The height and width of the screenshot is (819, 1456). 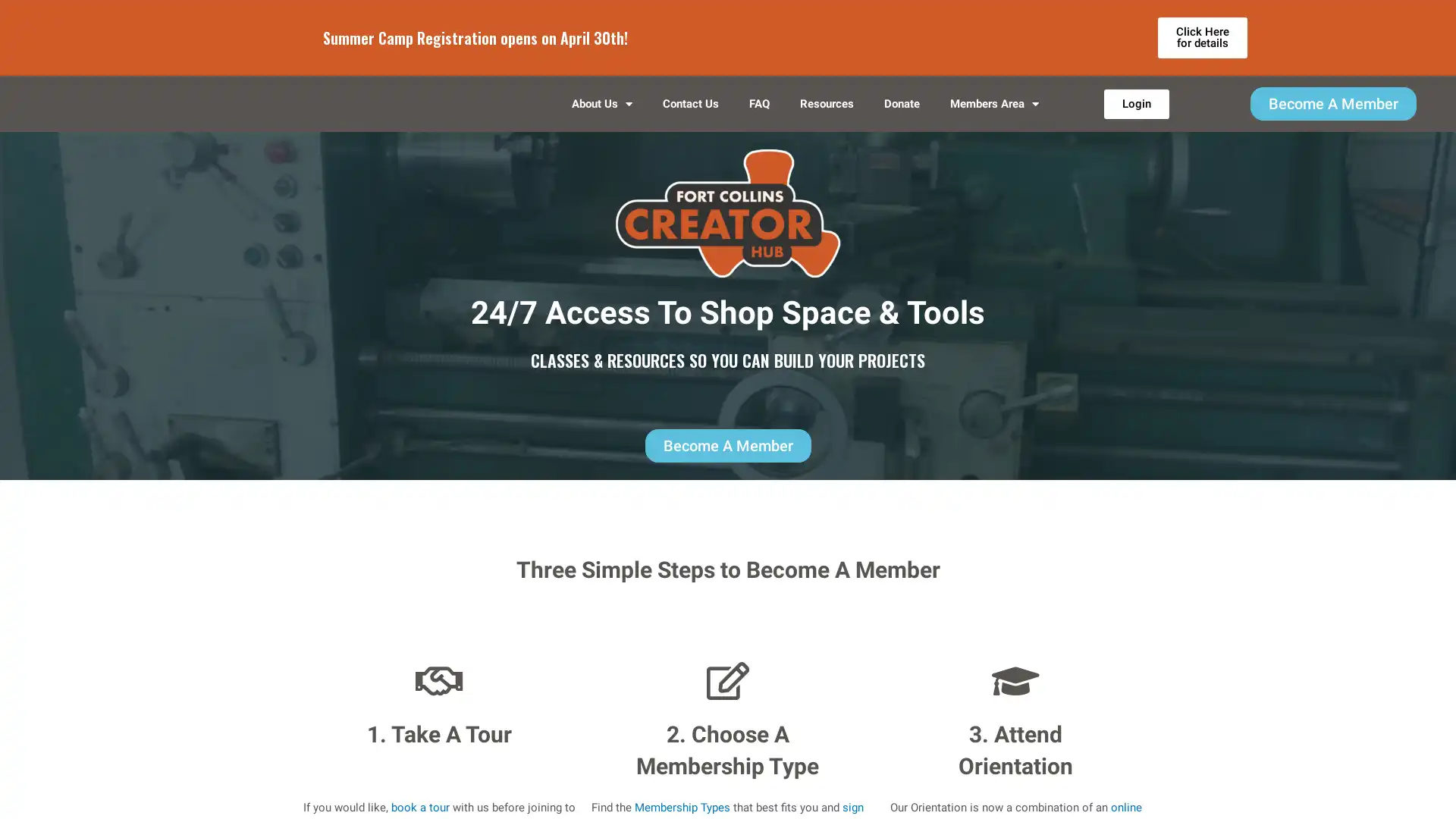 I want to click on Become A Member, so click(x=1332, y=113).